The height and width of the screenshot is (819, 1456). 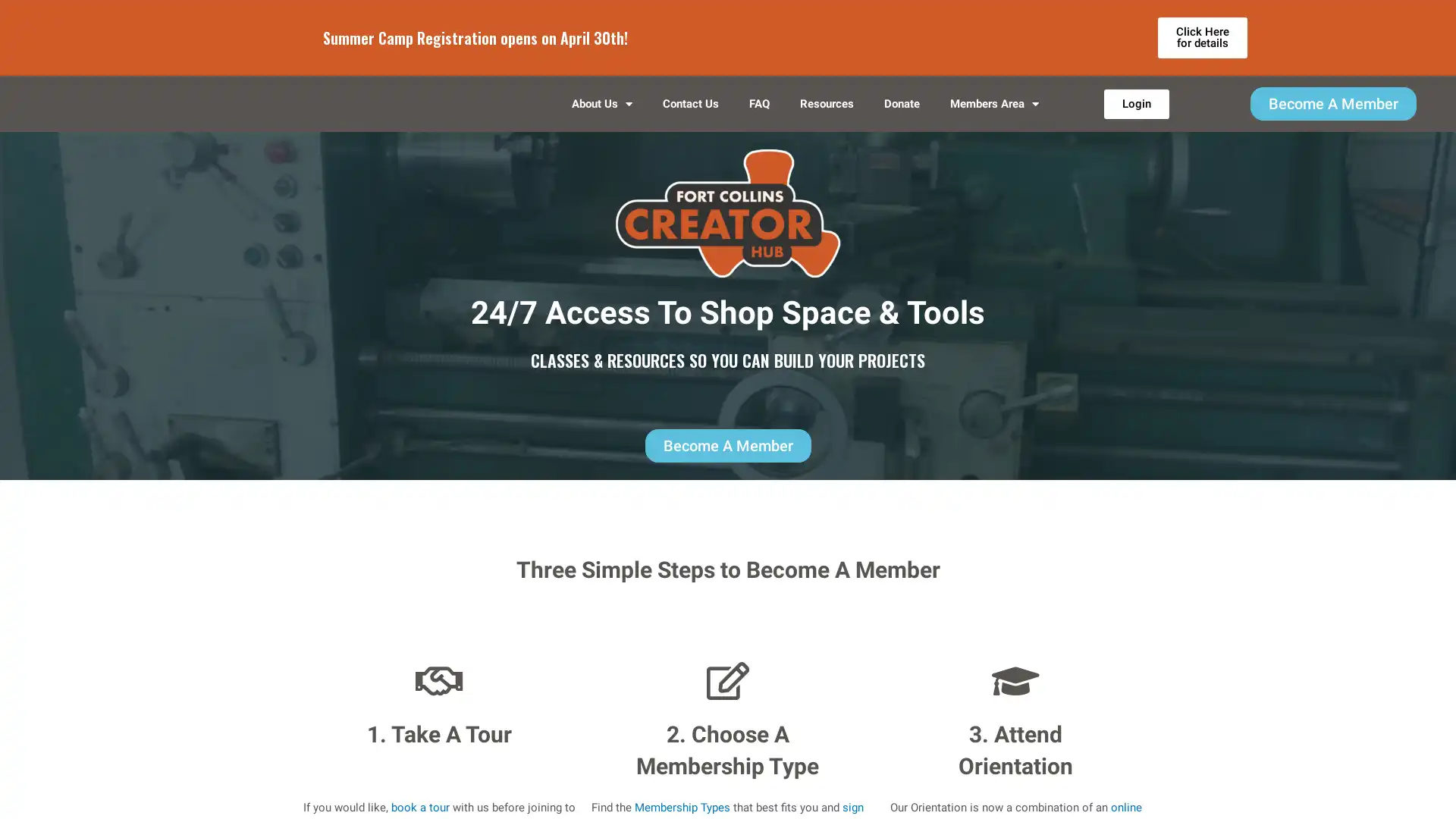 I want to click on Become A Member, so click(x=1332, y=113).